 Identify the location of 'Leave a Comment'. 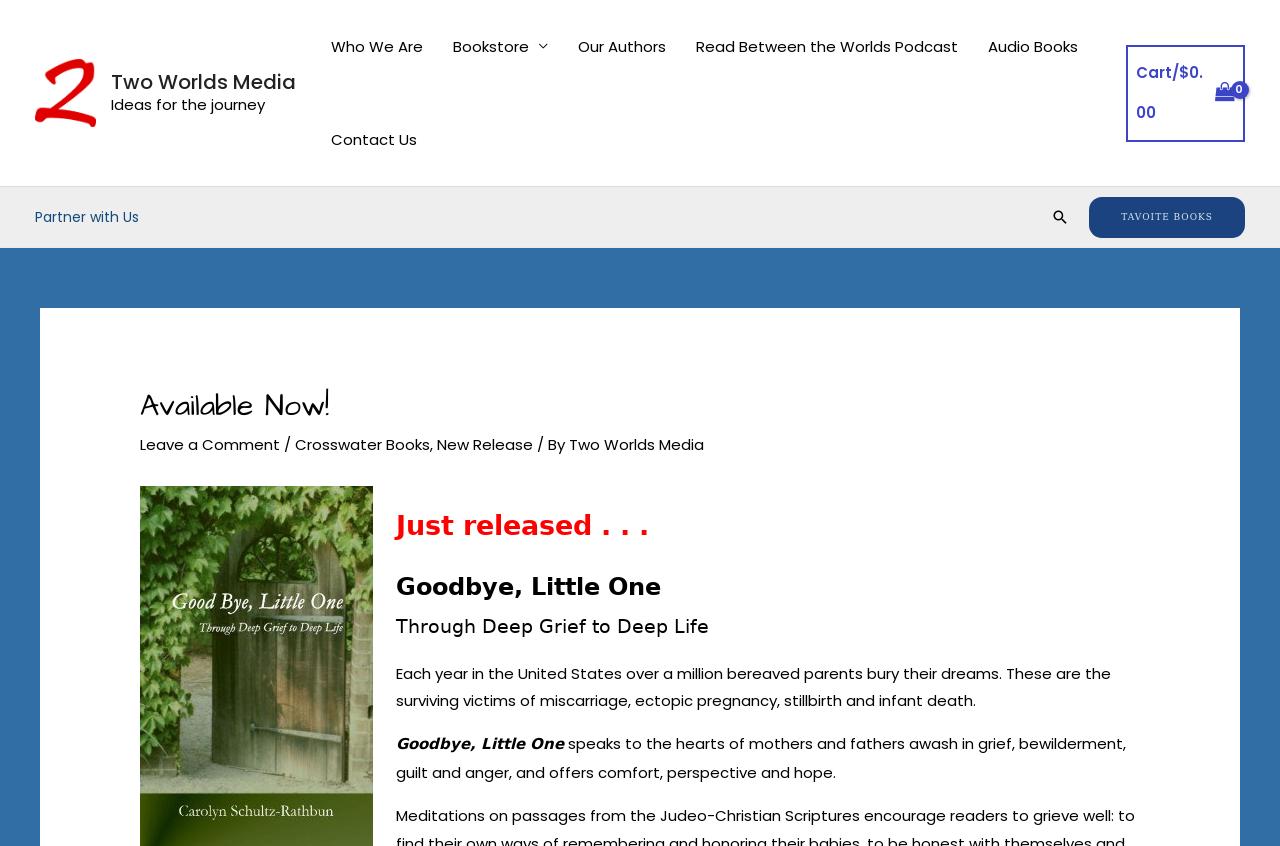
(139, 443).